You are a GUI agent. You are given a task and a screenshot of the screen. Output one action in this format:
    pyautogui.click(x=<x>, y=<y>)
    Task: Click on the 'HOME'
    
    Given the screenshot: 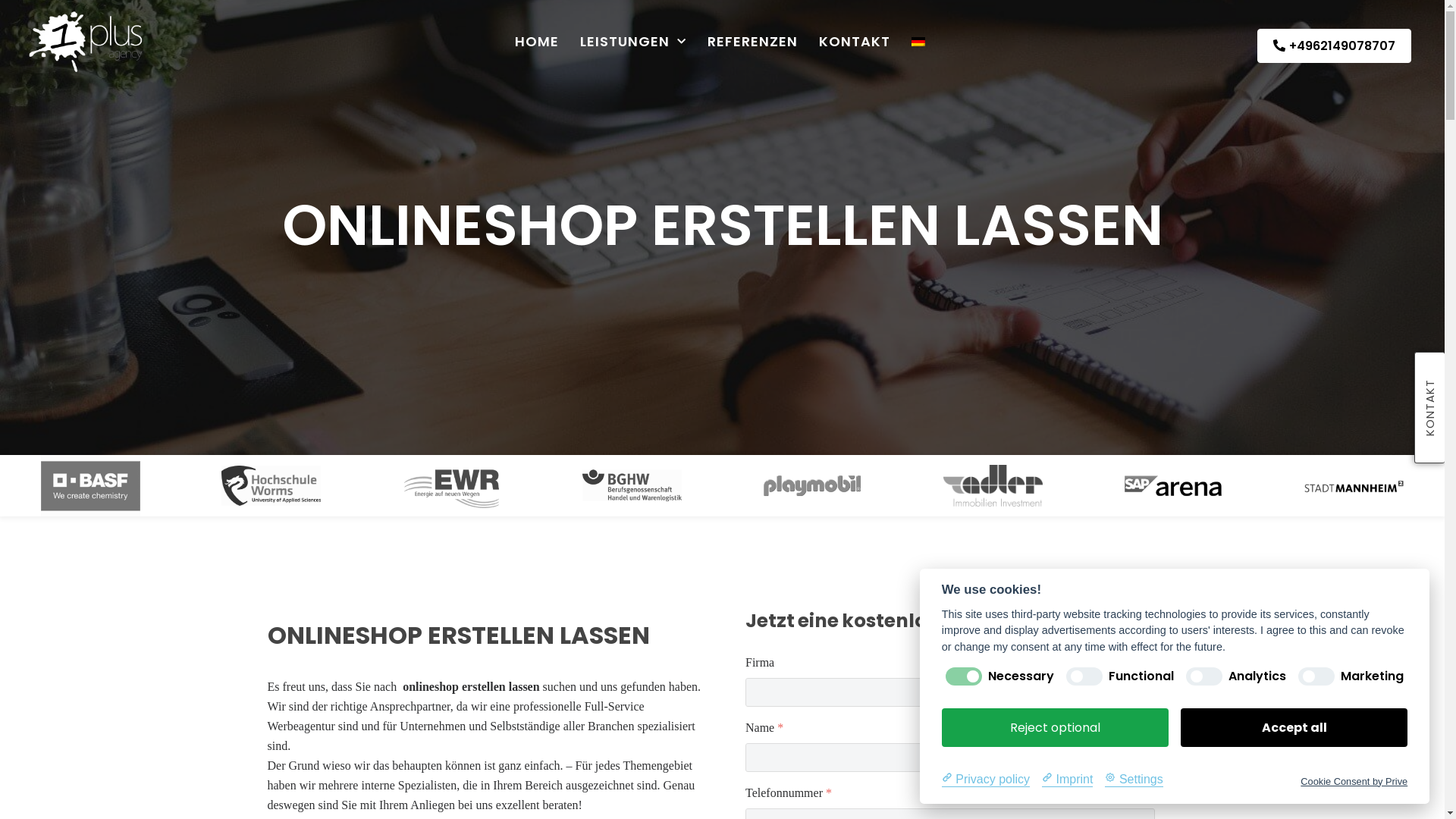 What is the action you would take?
    pyautogui.click(x=537, y=40)
    